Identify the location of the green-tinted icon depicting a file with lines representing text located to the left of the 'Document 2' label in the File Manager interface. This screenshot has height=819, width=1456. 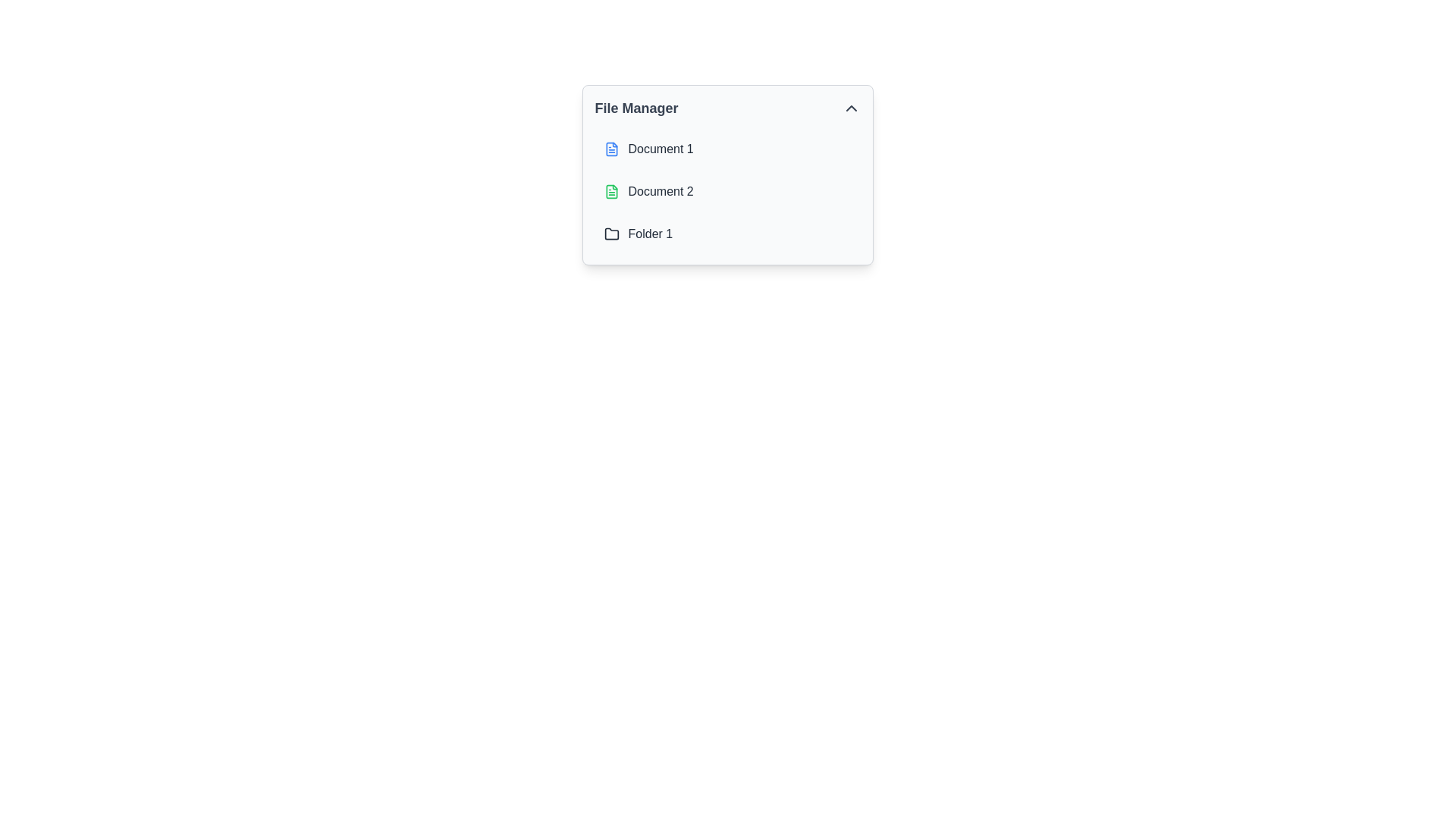
(611, 191).